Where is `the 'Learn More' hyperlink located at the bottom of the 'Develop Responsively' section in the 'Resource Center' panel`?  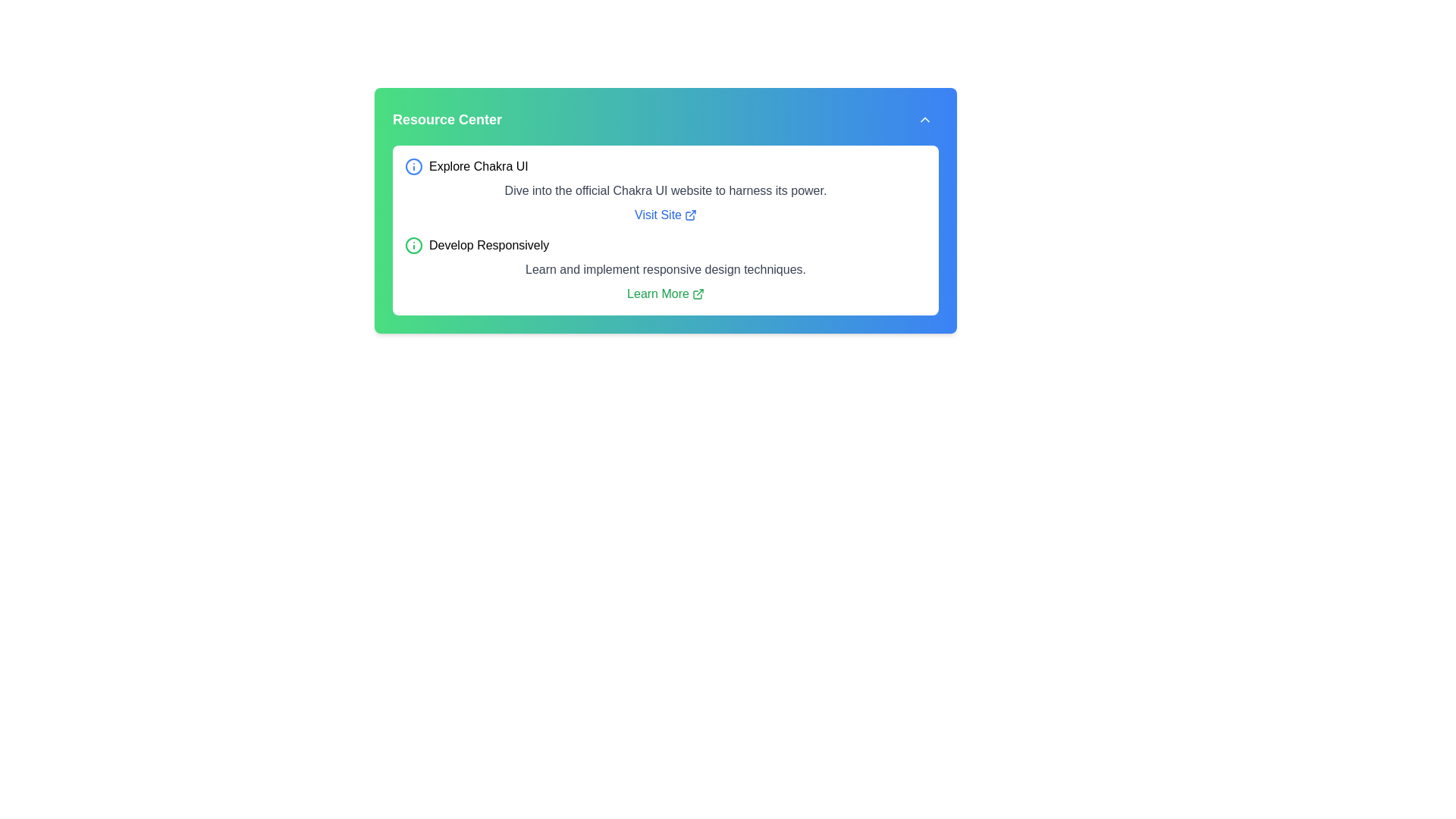 the 'Learn More' hyperlink located at the bottom of the 'Develop Responsively' section in the 'Resource Center' panel is located at coordinates (666, 294).